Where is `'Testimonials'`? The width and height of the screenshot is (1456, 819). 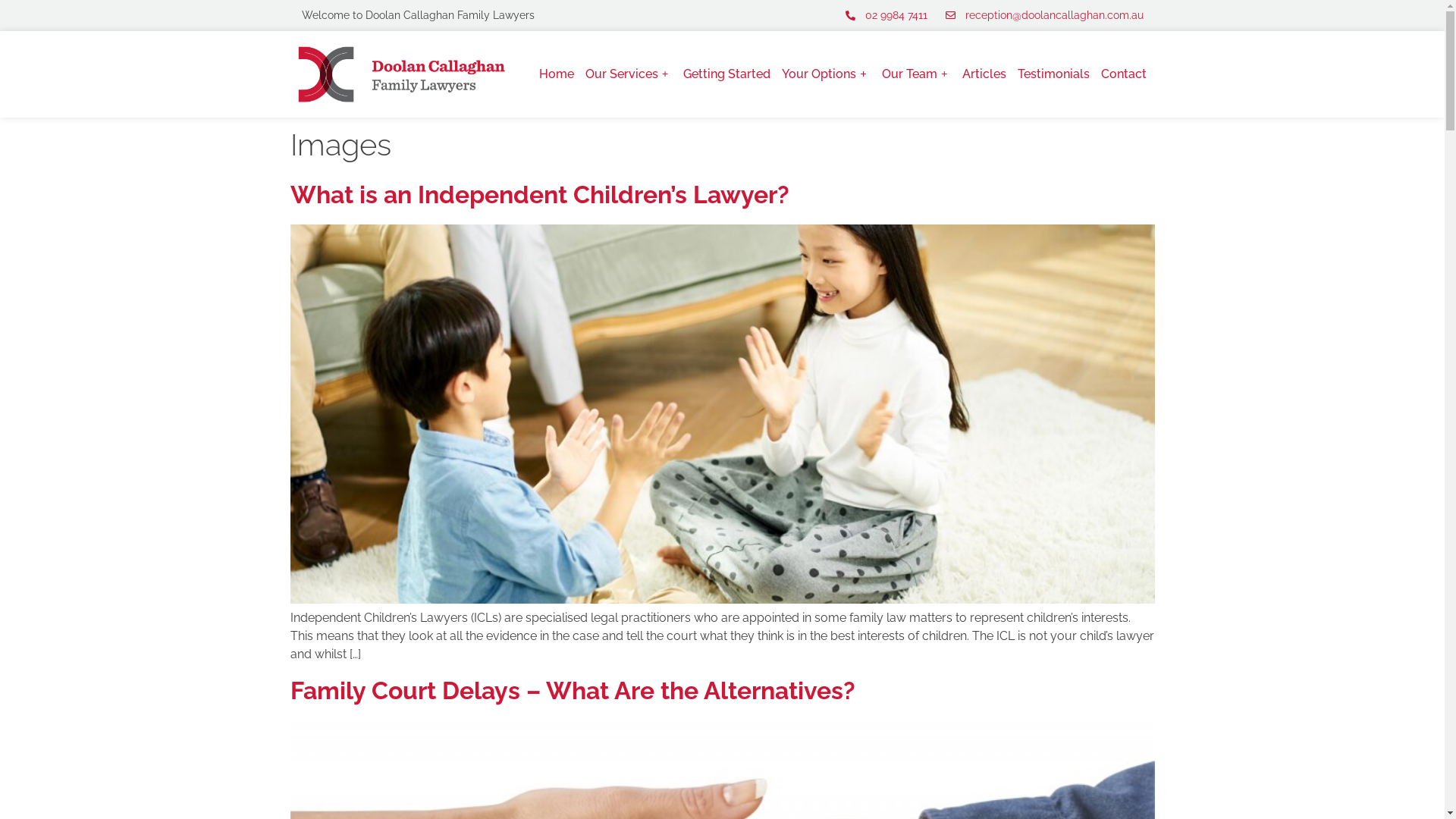 'Testimonials' is located at coordinates (1018, 74).